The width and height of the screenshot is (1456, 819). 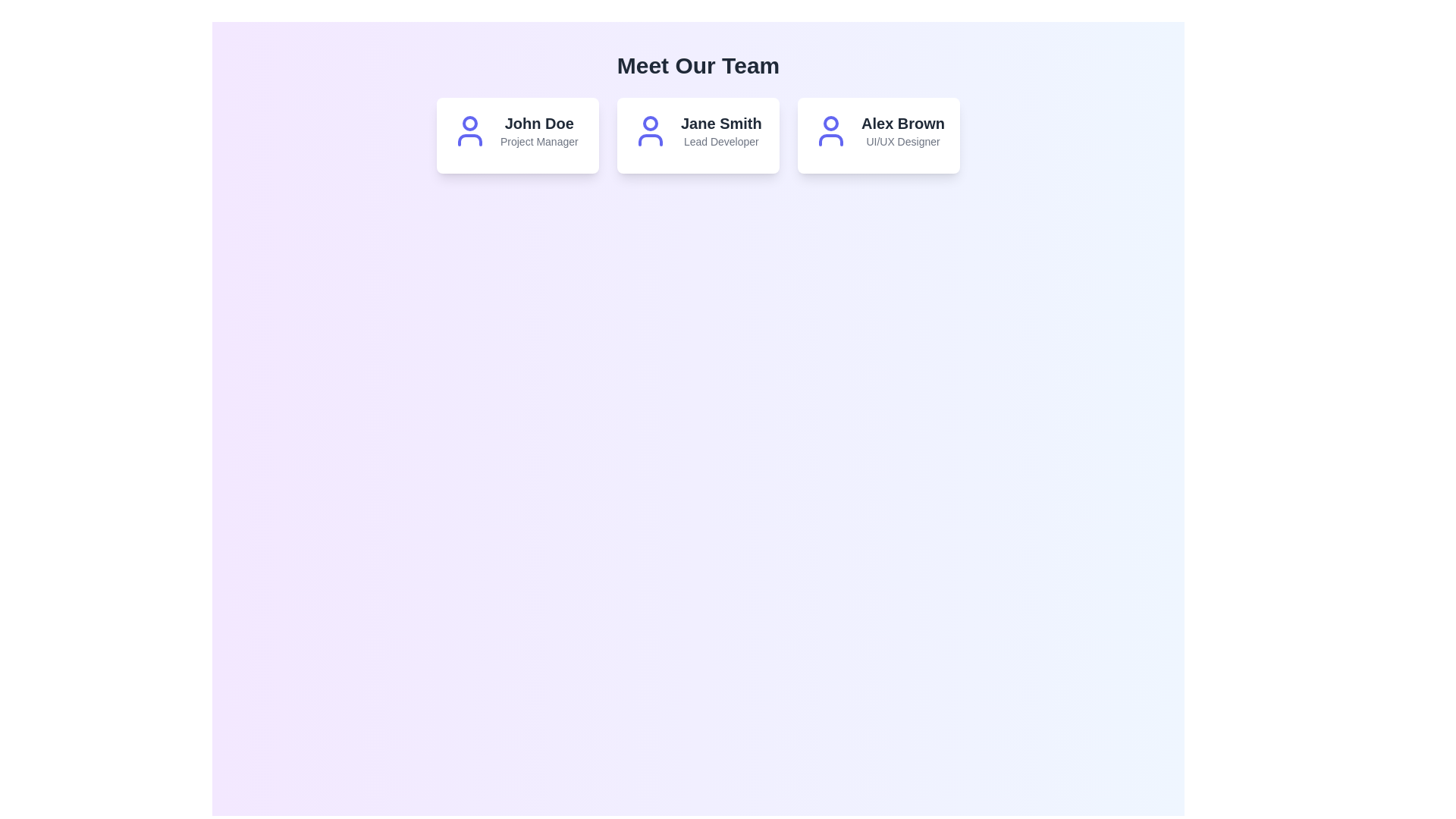 What do you see at coordinates (651, 122) in the screenshot?
I see `the circular head representation in the user profile icon for 'Jane Smith', the Lead Developer, which is located at the top of the central card` at bounding box center [651, 122].